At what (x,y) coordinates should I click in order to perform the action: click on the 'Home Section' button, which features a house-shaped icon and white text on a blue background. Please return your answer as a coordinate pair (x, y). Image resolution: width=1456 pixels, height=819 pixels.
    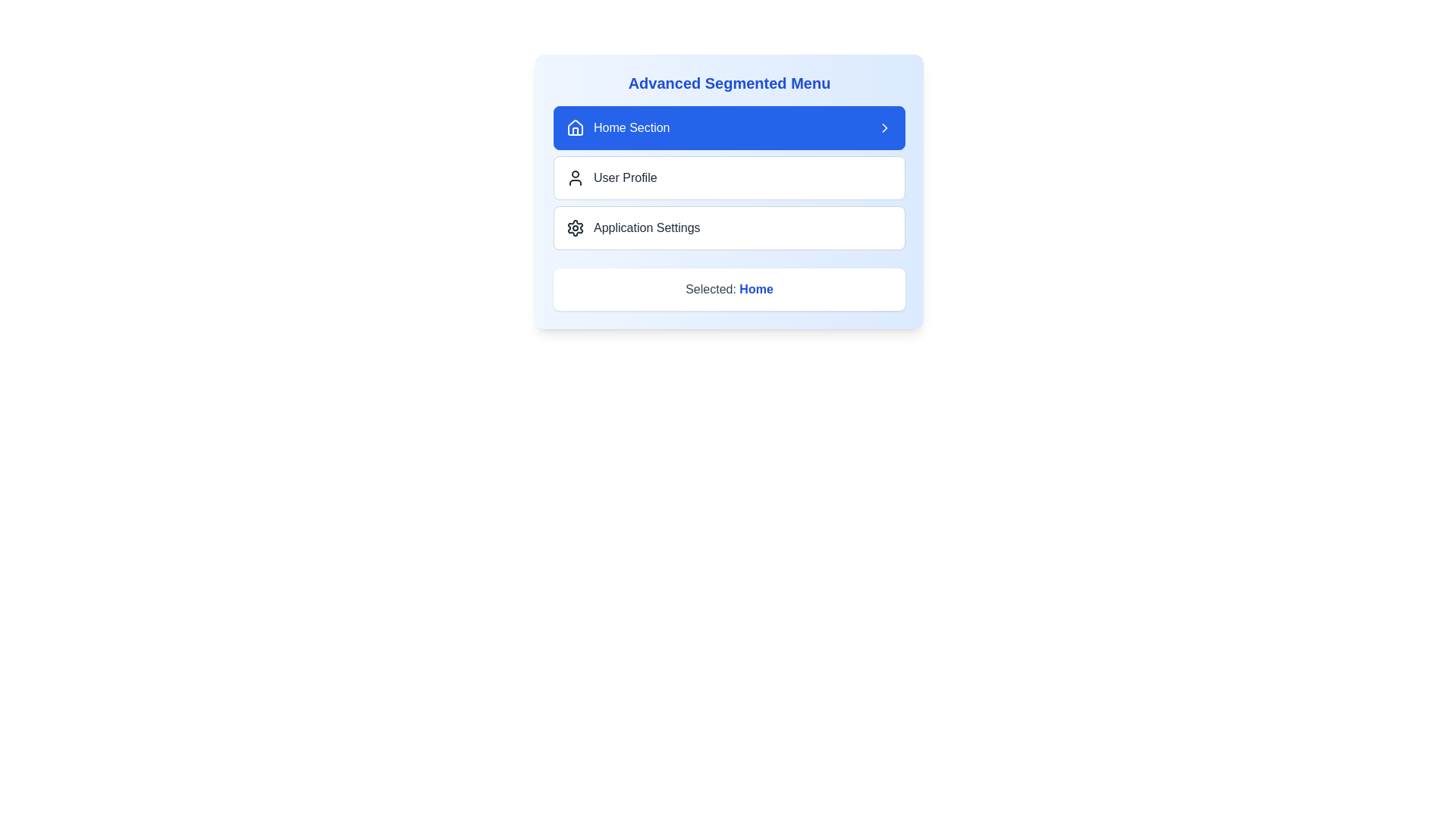
    Looking at the image, I should click on (618, 127).